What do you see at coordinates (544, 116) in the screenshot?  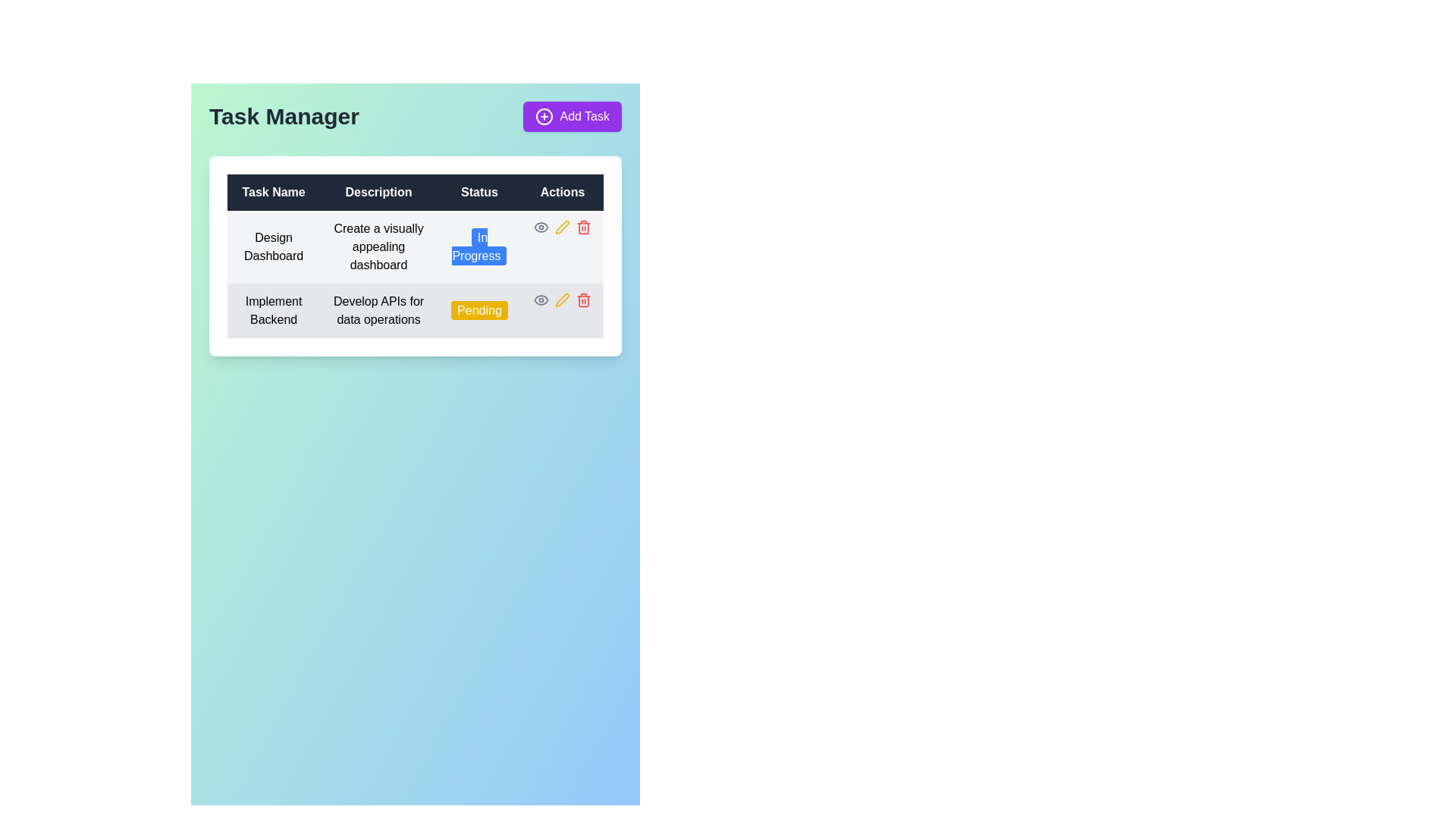 I see `the Circular SVG shape that serves as a visual marker within the 'Add Task' button located in the upper-right corner of the interface` at bounding box center [544, 116].